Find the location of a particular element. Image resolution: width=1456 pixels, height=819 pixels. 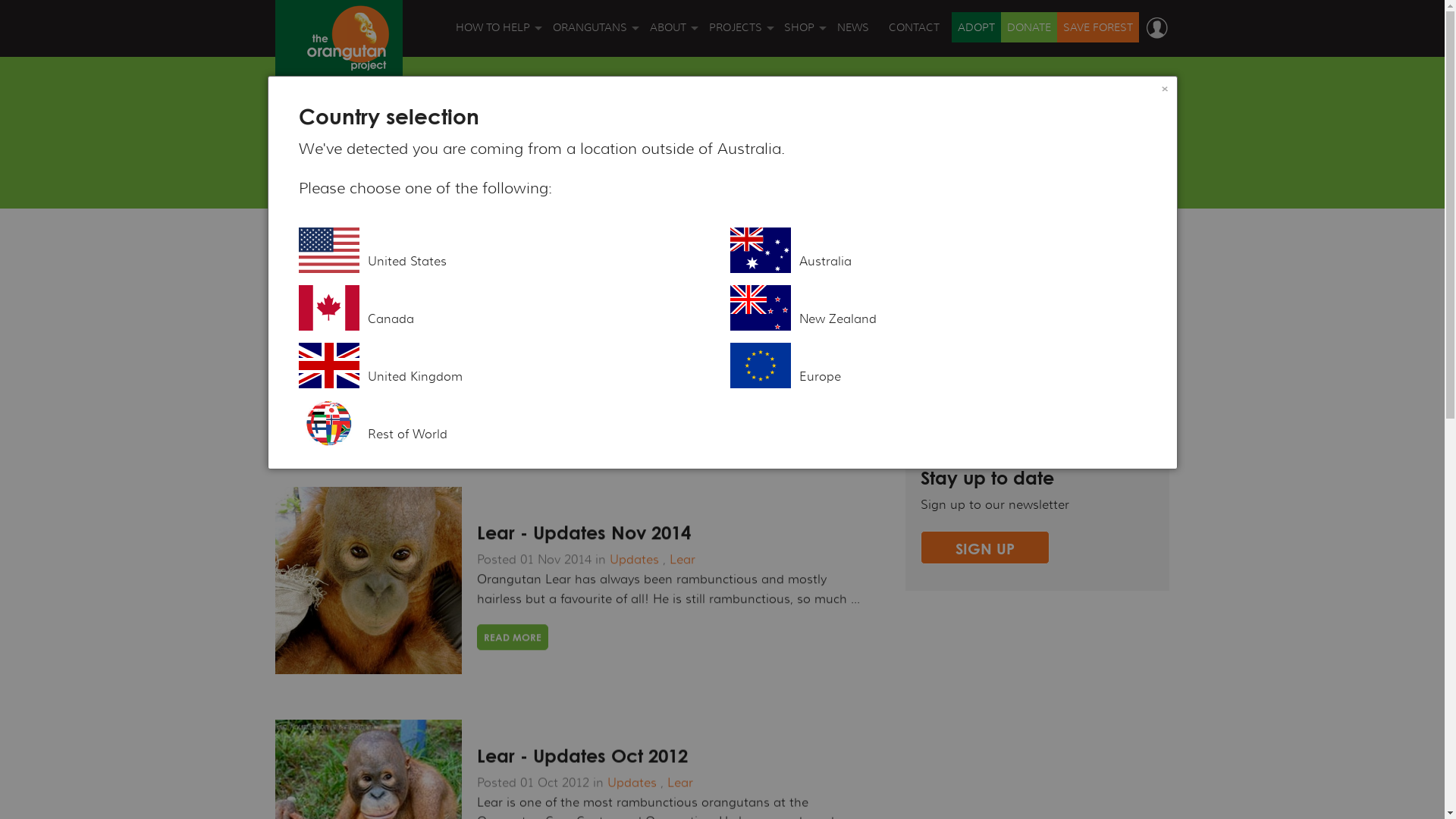

'ORANGUTAN THREATS' is located at coordinates (590, 111).